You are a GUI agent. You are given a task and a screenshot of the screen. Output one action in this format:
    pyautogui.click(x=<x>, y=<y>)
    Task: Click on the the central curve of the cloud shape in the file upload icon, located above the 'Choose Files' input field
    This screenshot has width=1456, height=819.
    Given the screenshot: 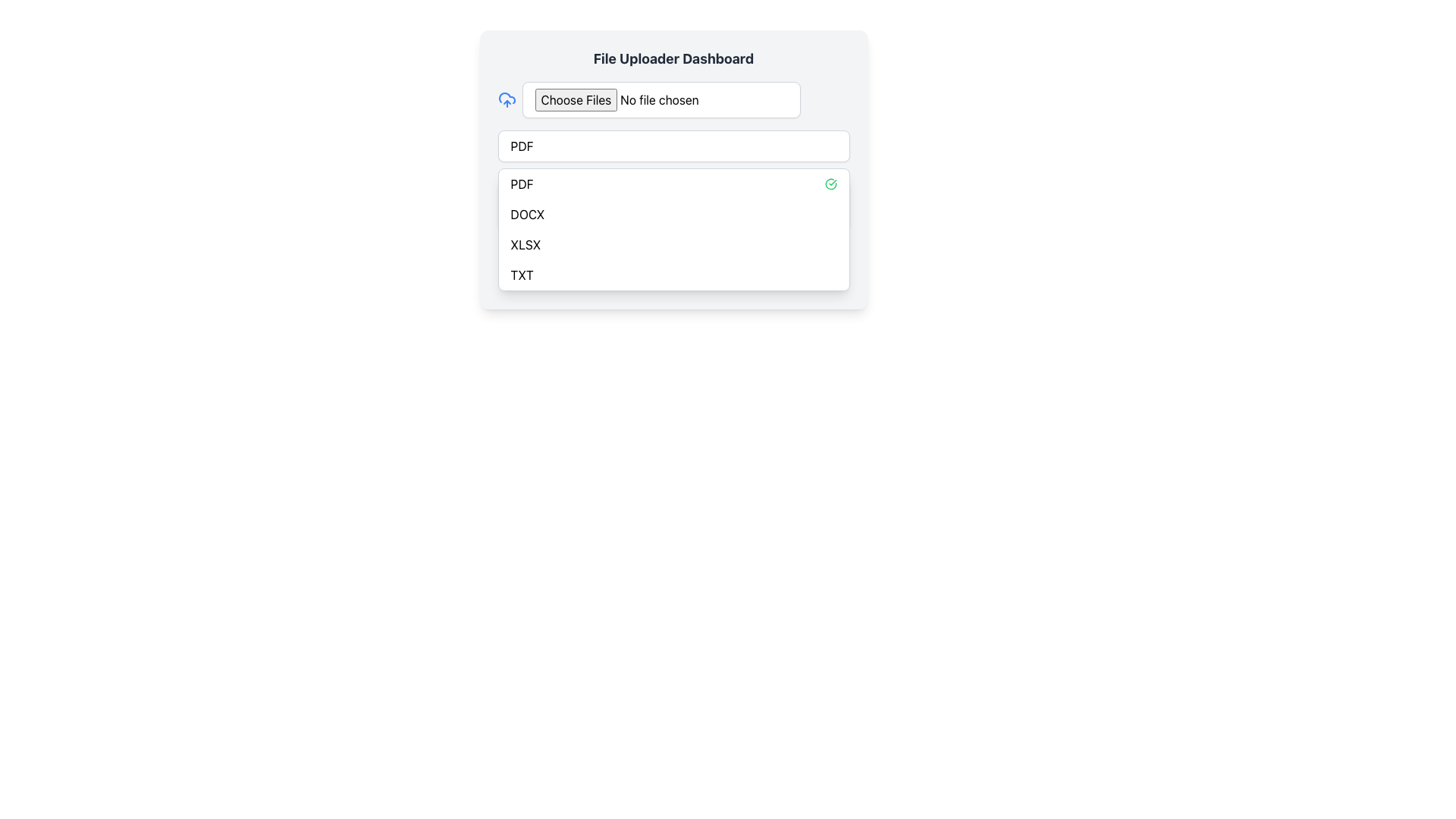 What is the action you would take?
    pyautogui.click(x=507, y=98)
    